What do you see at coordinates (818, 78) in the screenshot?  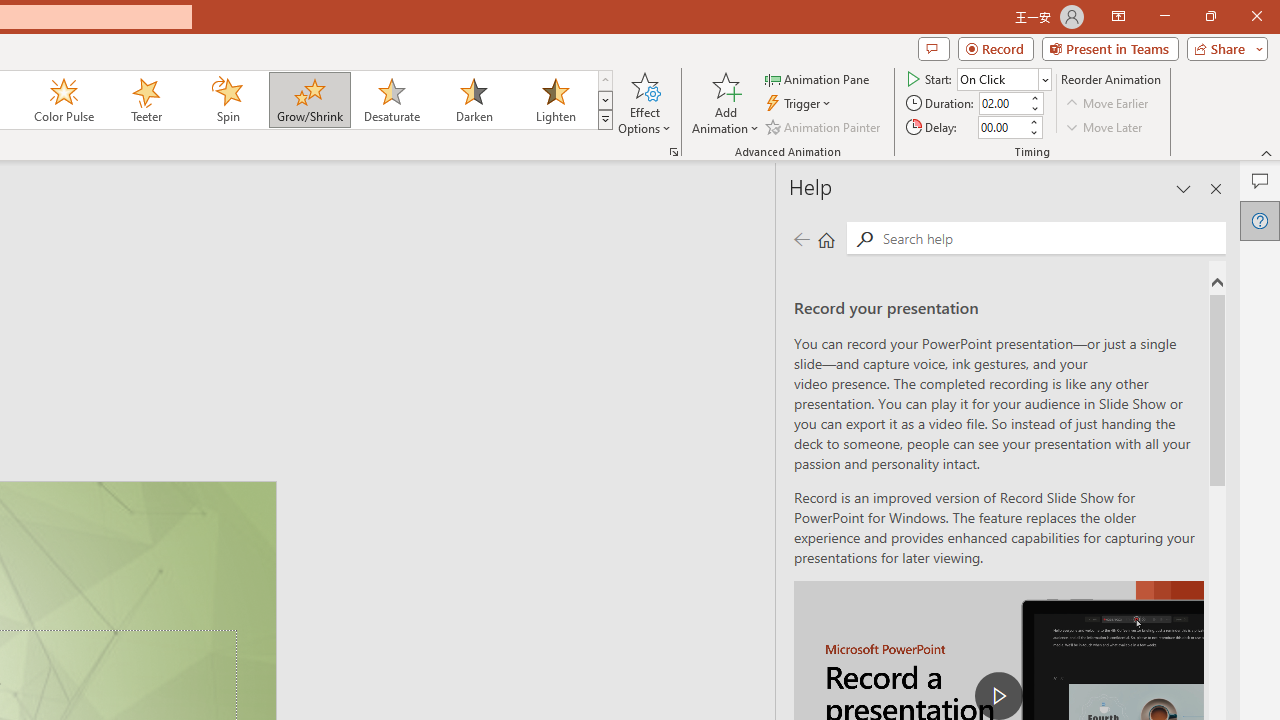 I see `'Animation Pane'` at bounding box center [818, 78].